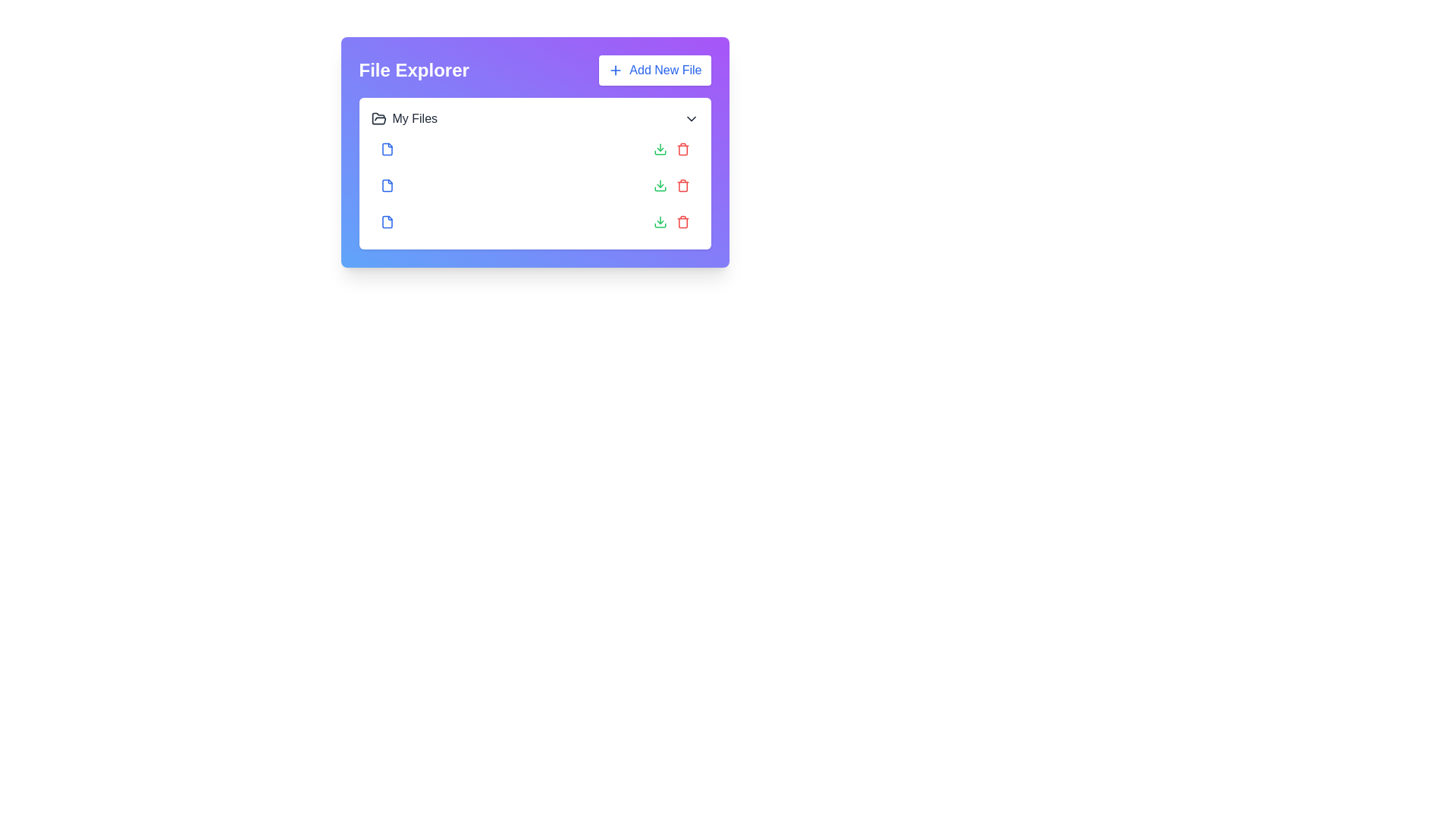 The height and width of the screenshot is (819, 1456). Describe the element at coordinates (682, 150) in the screenshot. I see `the Trash Bin icon located in the 'My Files' section` at that location.